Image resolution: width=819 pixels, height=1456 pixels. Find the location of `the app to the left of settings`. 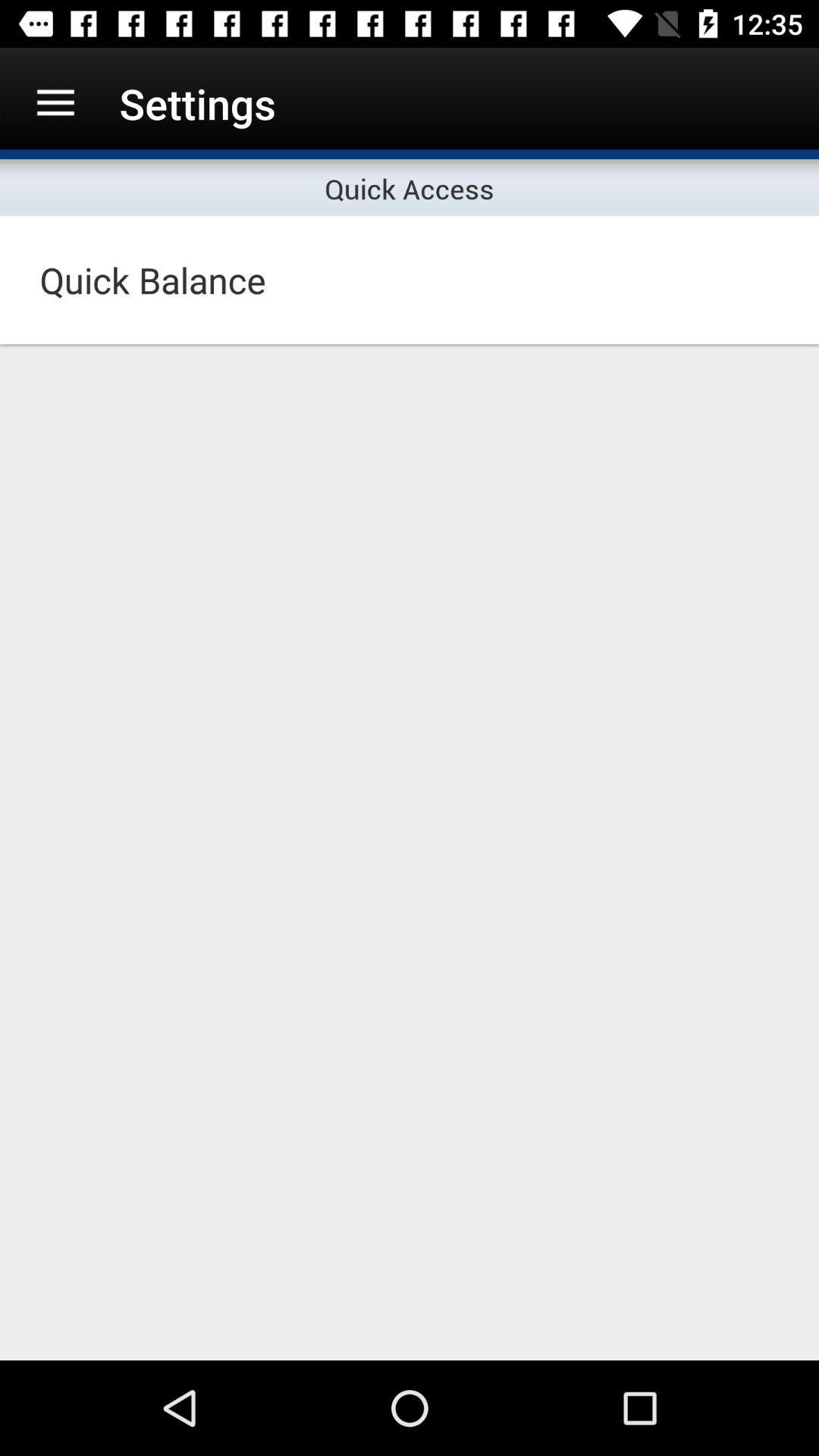

the app to the left of settings is located at coordinates (55, 102).